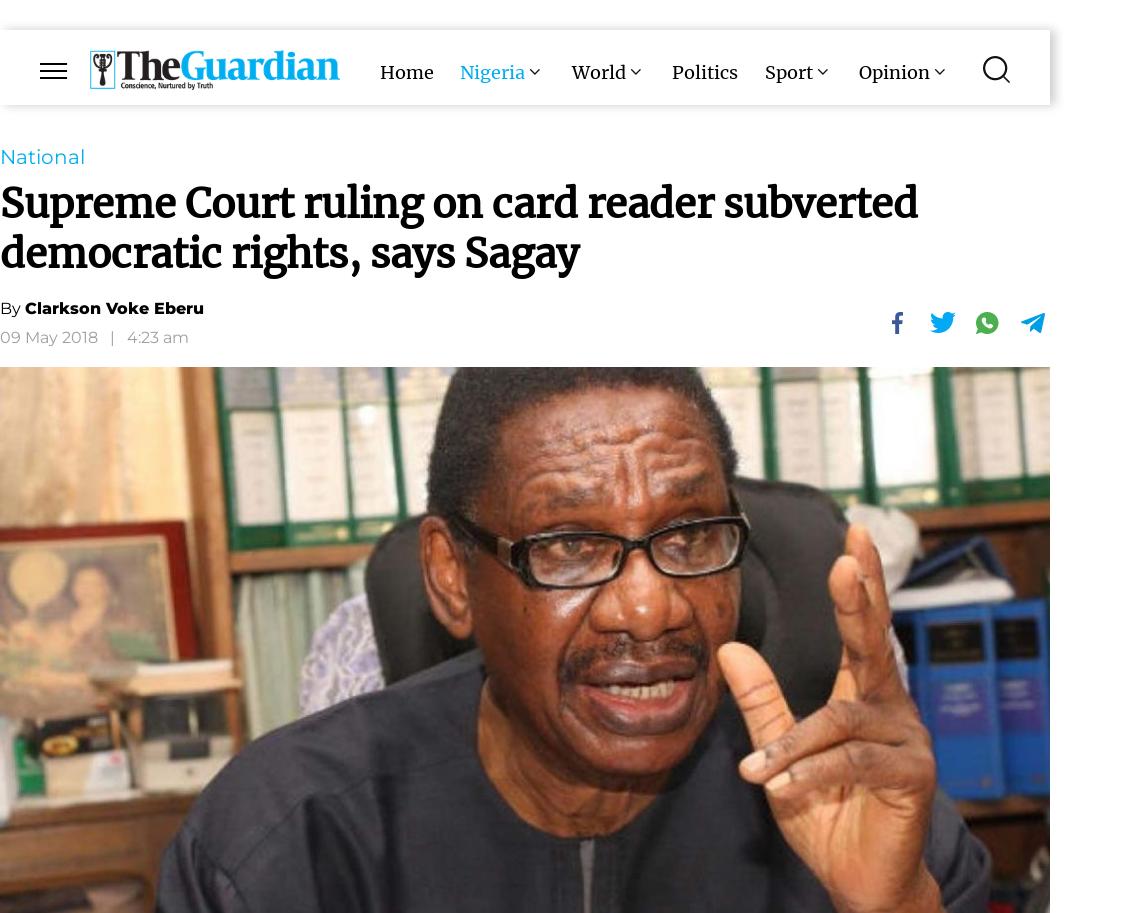 The image size is (1130, 913). I want to click on 'Nigeria', so click(491, 70).